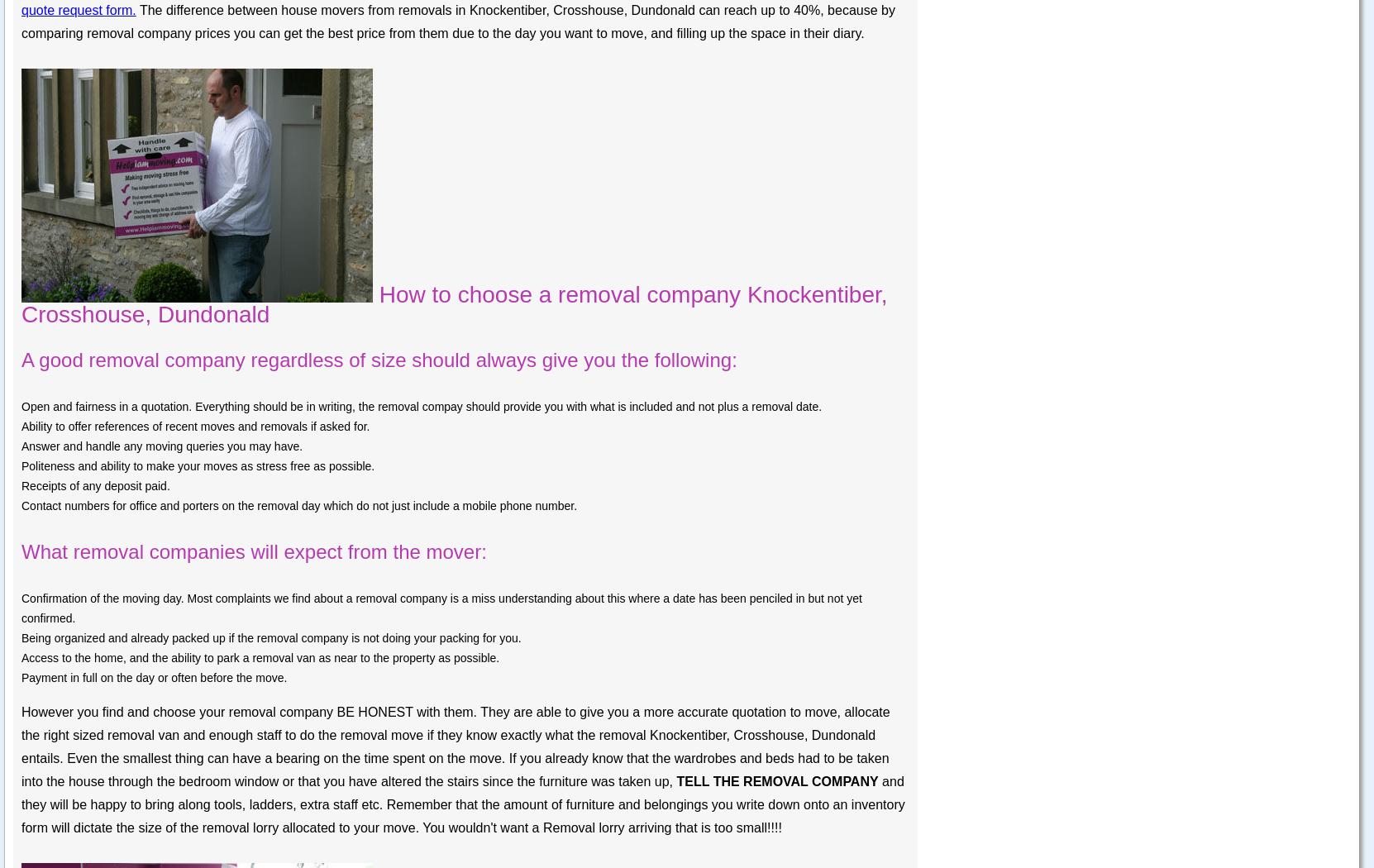 The image size is (1374, 868). I want to click on 'Open and fairness in a quotation. Everything should be in writing, the removal compay should provide you with what is included and not plus a removal date.', so click(421, 406).